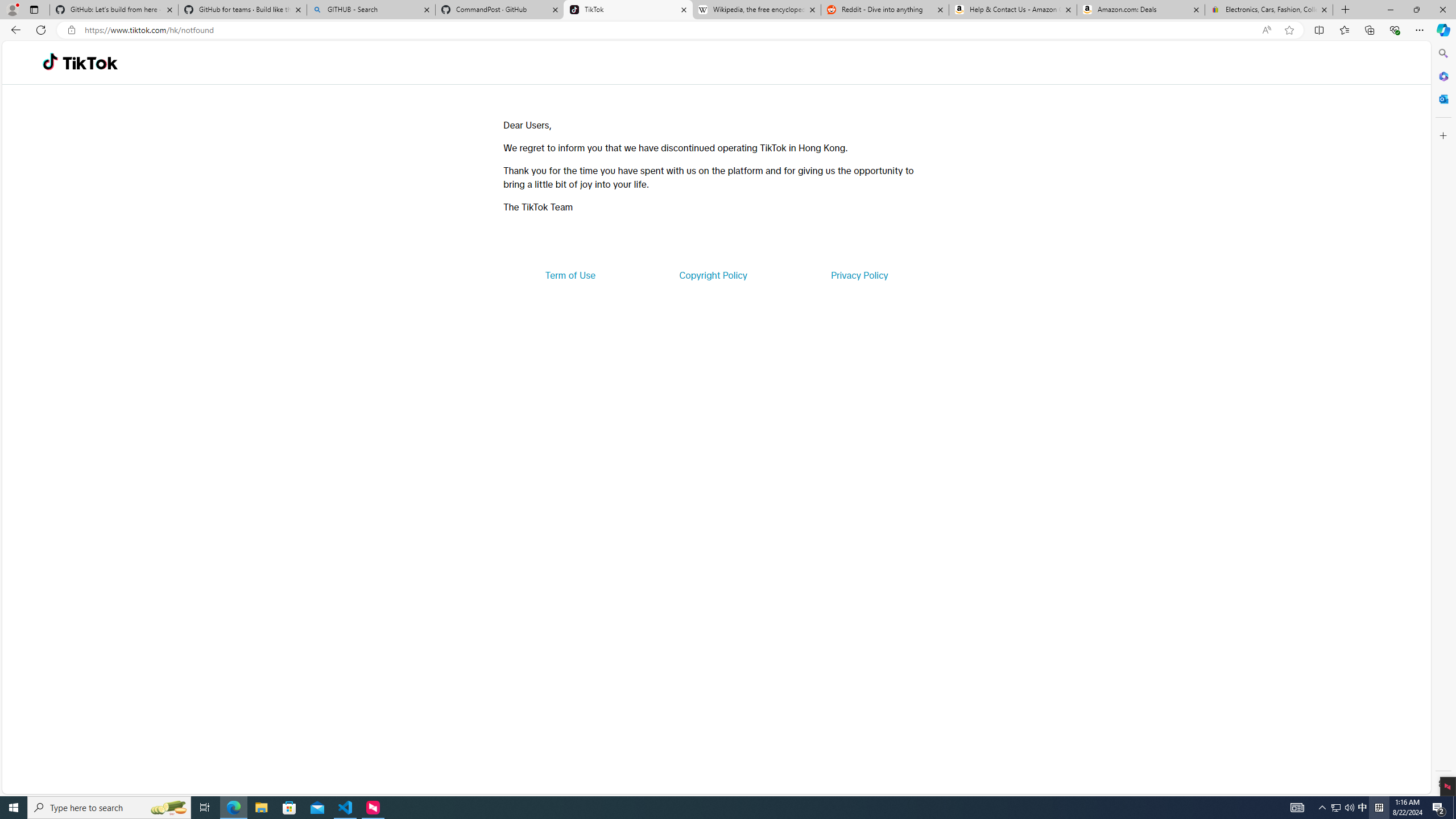 The height and width of the screenshot is (819, 1456). I want to click on 'Refresh', so click(40, 29).